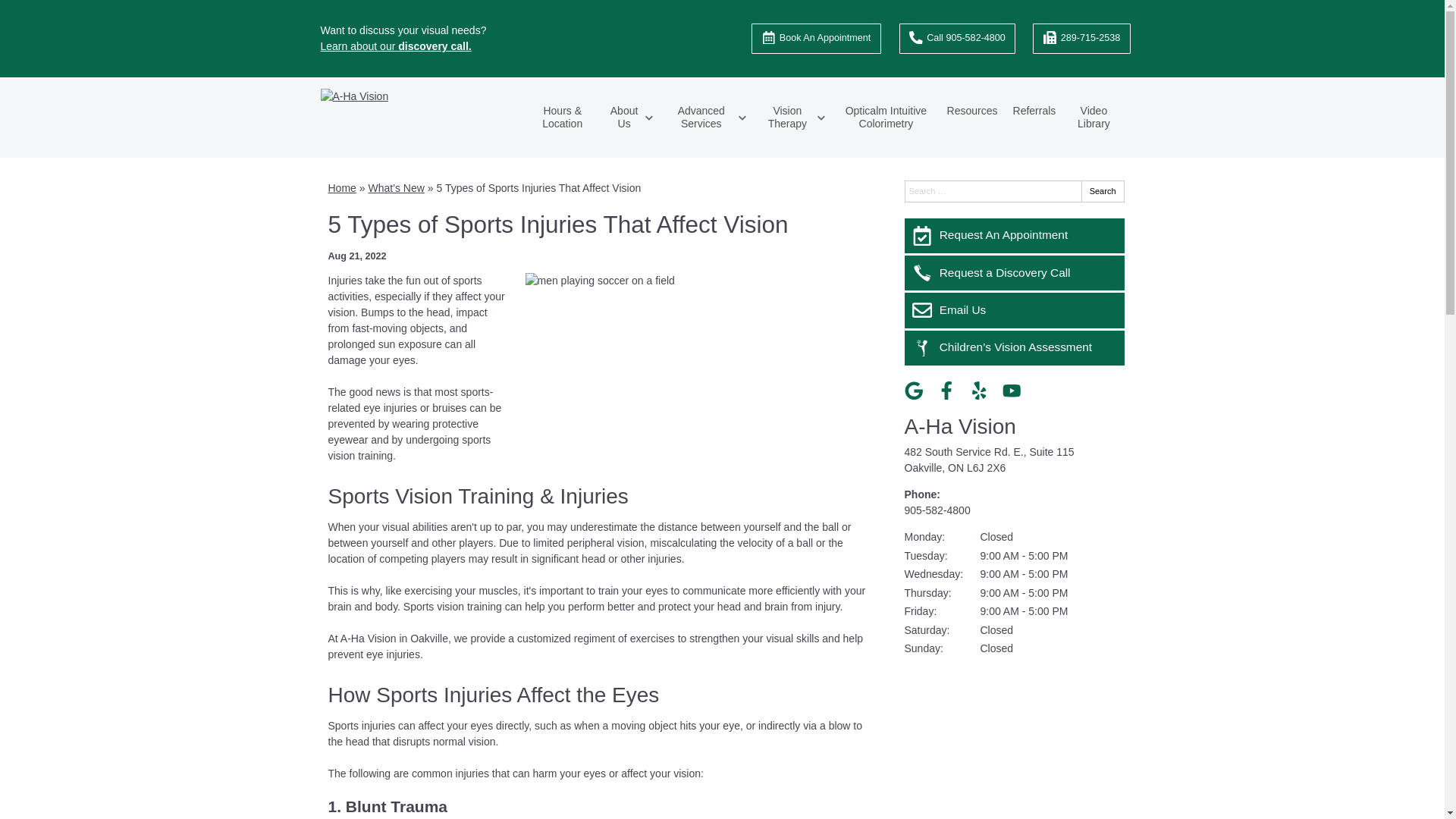 The width and height of the screenshot is (1456, 819). What do you see at coordinates (340, 187) in the screenshot?
I see `'Home'` at bounding box center [340, 187].